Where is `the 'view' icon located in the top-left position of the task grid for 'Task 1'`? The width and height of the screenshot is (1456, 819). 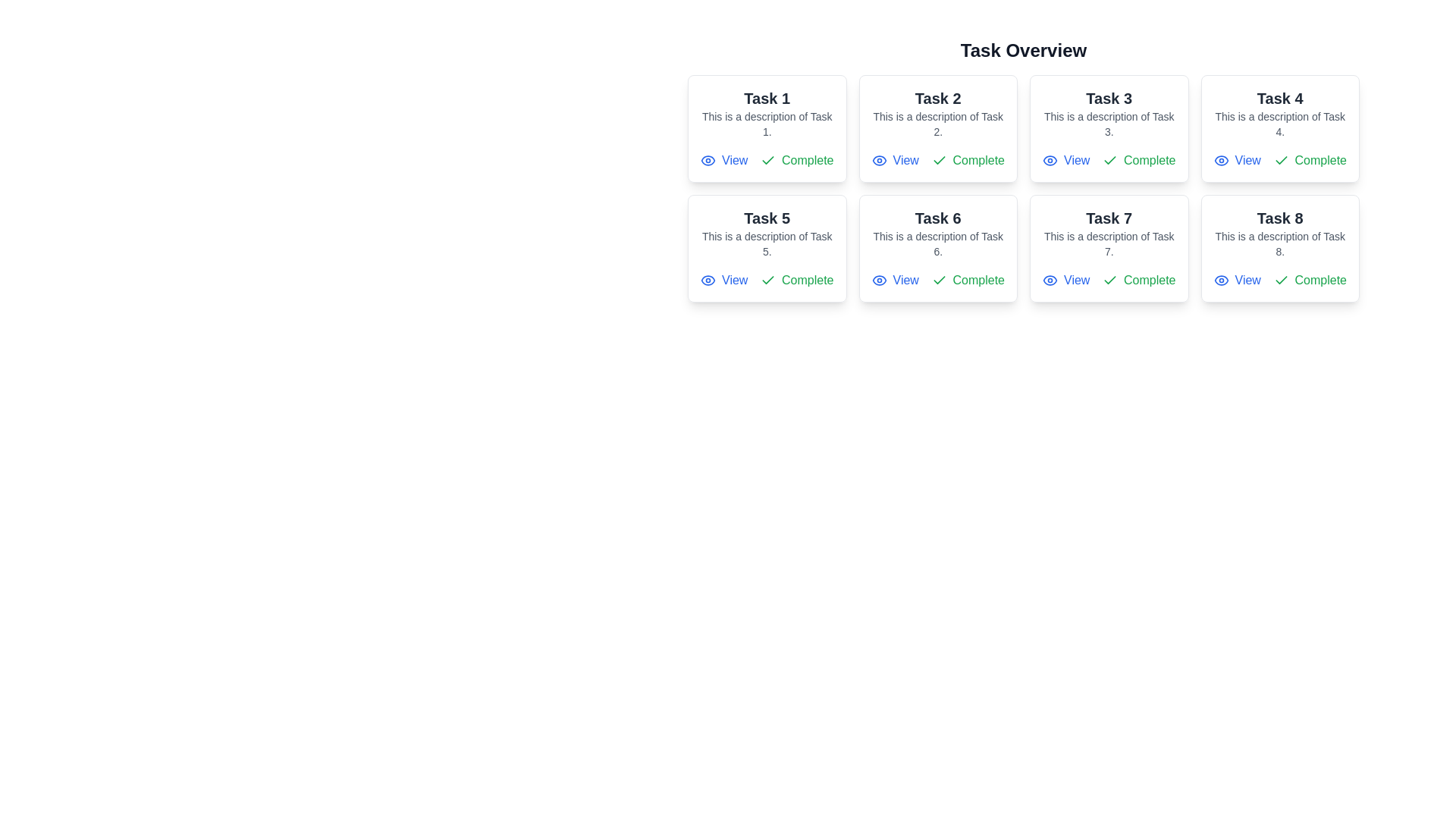 the 'view' icon located in the top-left position of the task grid for 'Task 1' is located at coordinates (708, 161).